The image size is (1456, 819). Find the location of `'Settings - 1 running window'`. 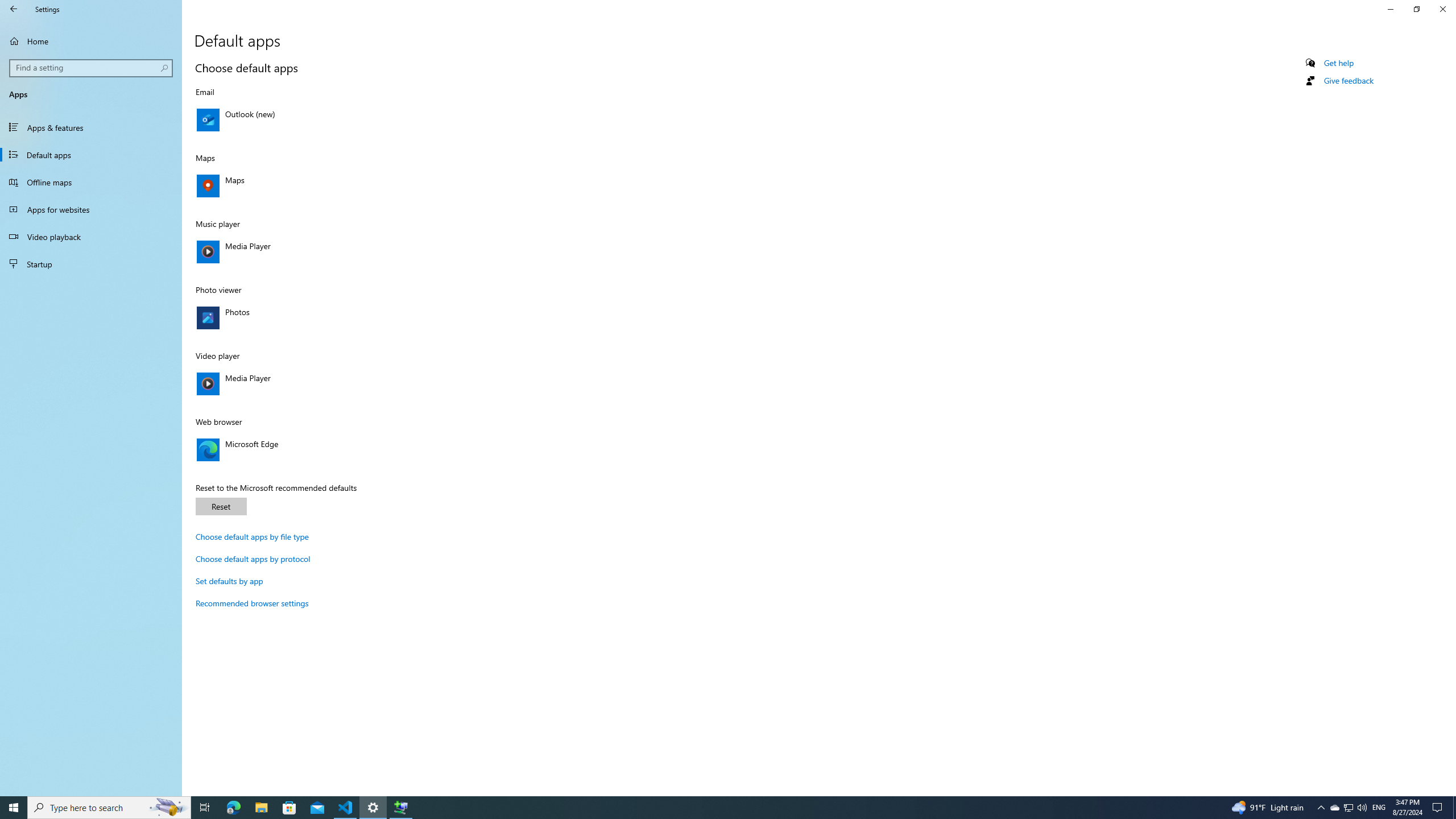

'Settings - 1 running window' is located at coordinates (373, 806).